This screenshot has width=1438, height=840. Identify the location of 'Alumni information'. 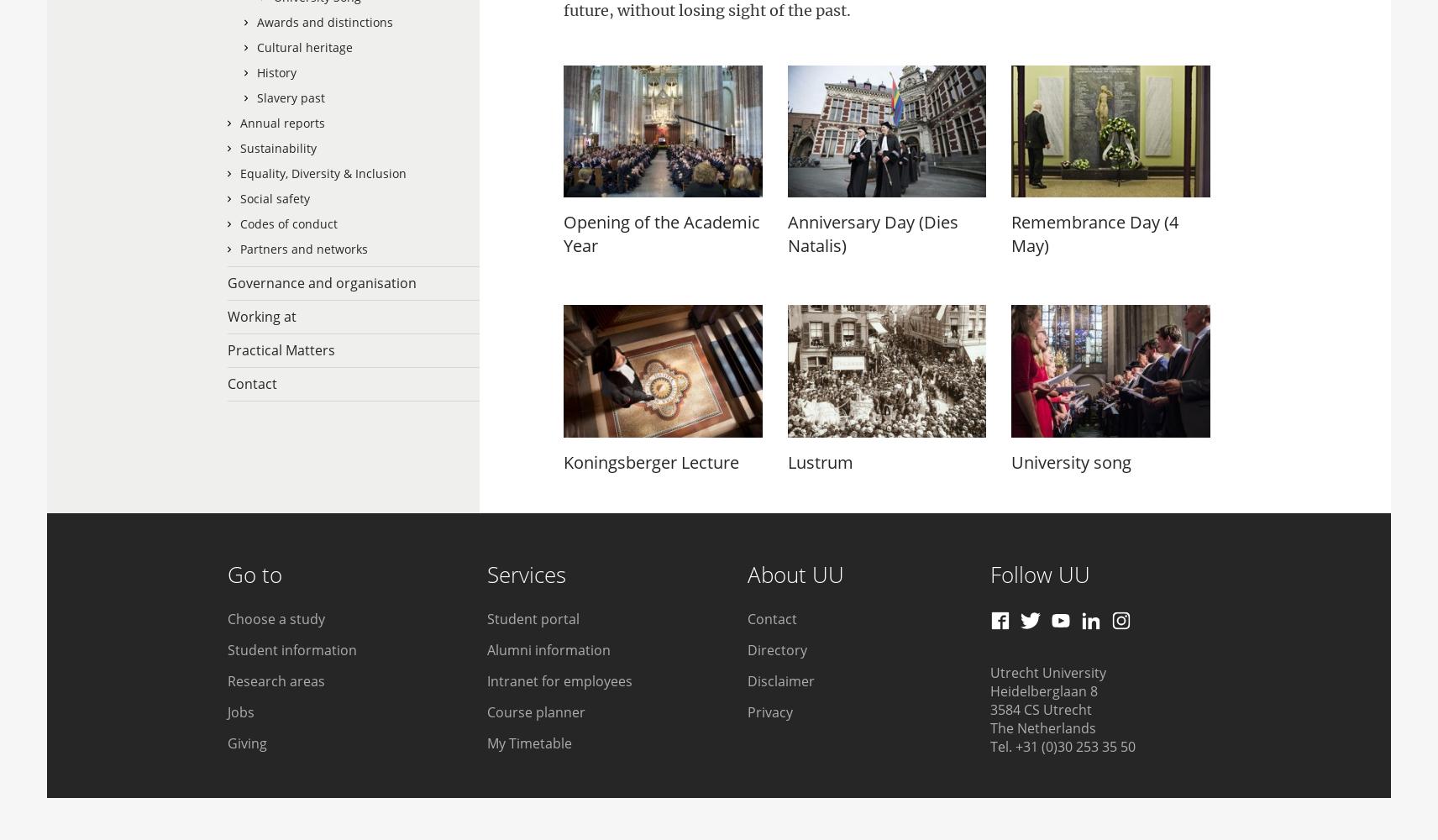
(548, 650).